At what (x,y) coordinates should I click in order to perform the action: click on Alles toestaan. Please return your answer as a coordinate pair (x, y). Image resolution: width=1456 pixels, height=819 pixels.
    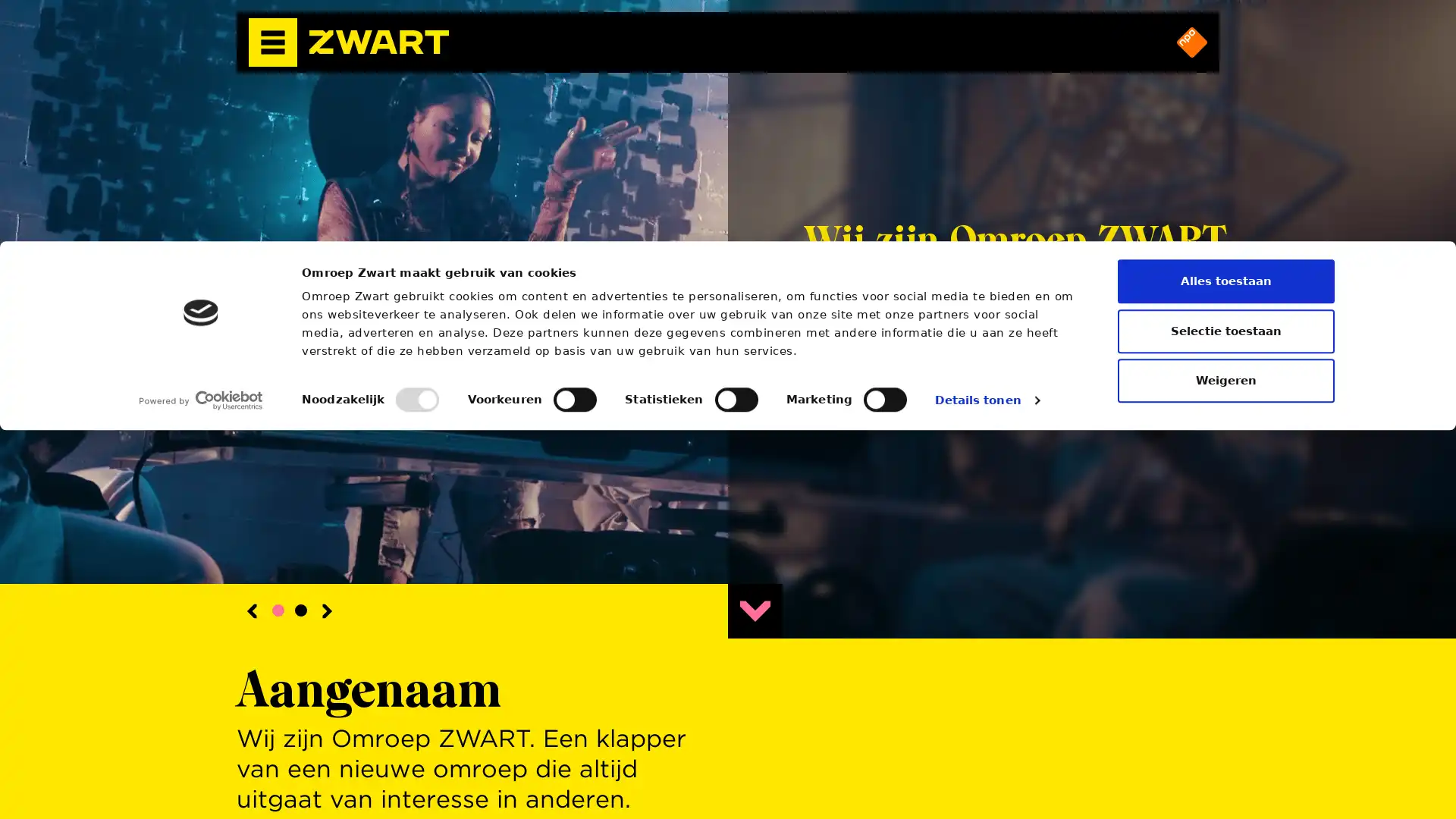
    Looking at the image, I should click on (1226, 669).